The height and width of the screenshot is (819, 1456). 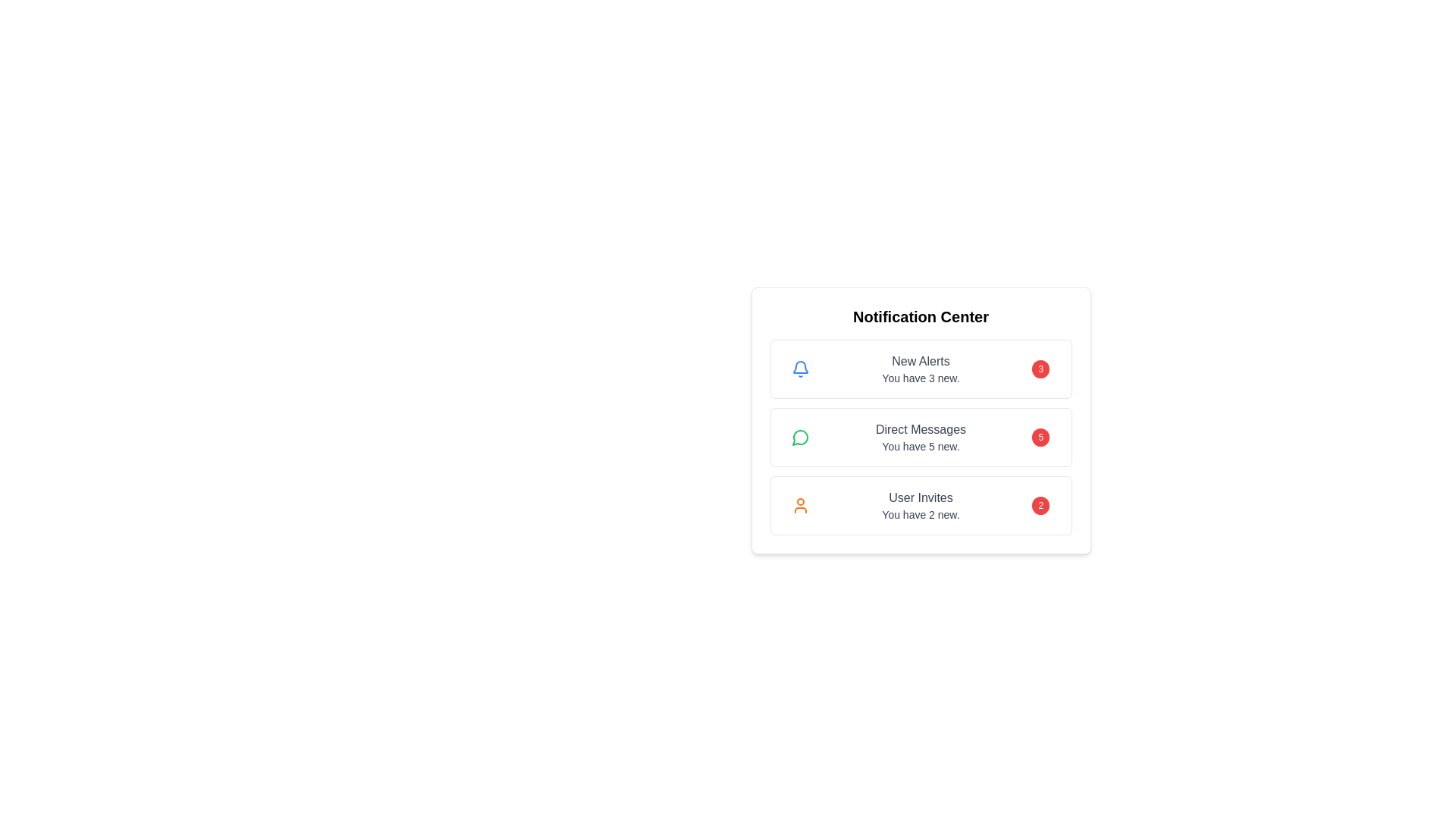 What do you see at coordinates (920, 362) in the screenshot?
I see `the 'New Alerts' text label, which is prominently displayed in dark gray within the first notification card of the Notification Center` at bounding box center [920, 362].